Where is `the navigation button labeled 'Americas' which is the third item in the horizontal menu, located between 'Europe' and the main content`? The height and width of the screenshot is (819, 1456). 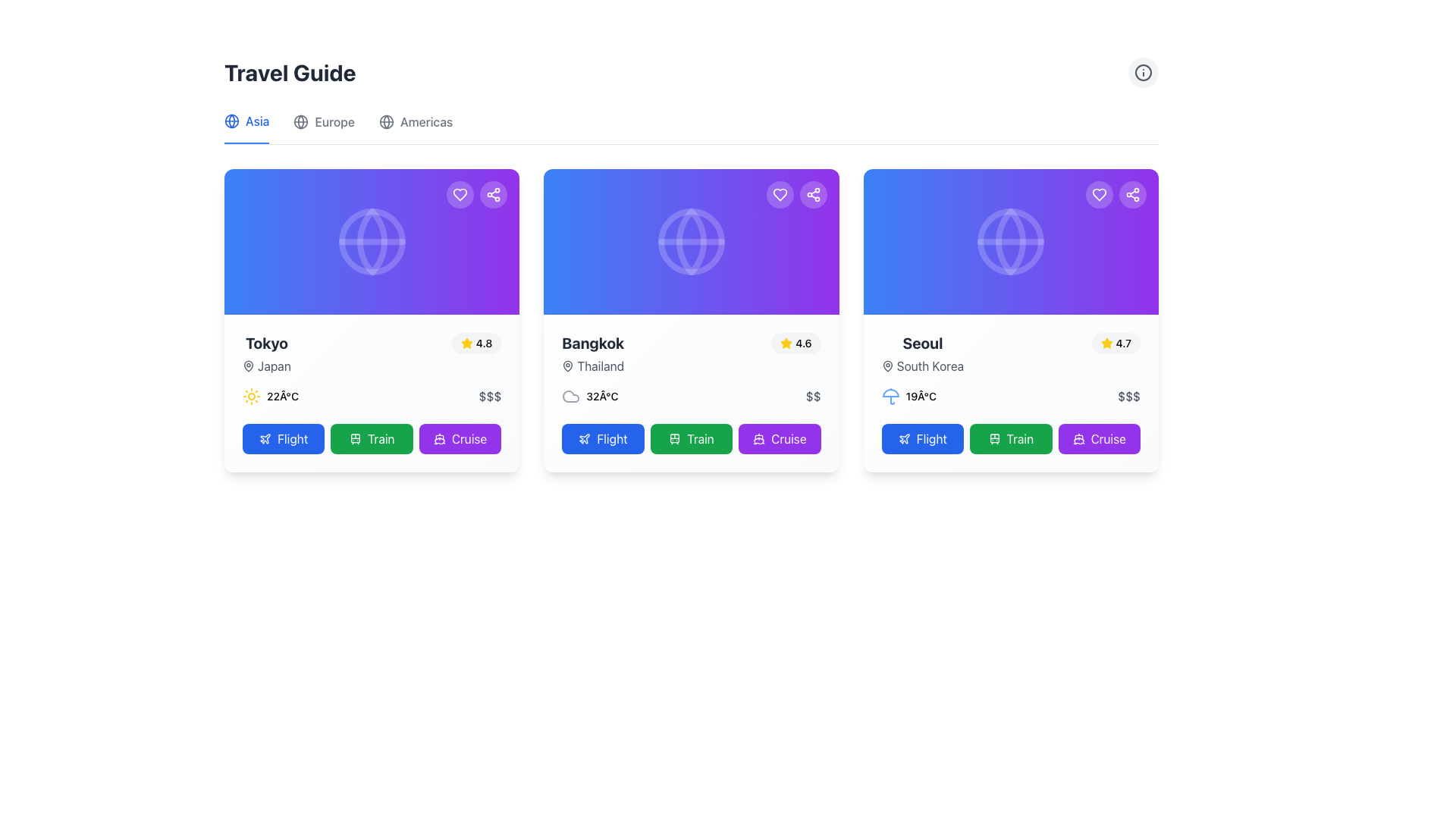
the navigation button labeled 'Americas' which is the third item in the horizontal menu, located between 'Europe' and the main content is located at coordinates (416, 127).